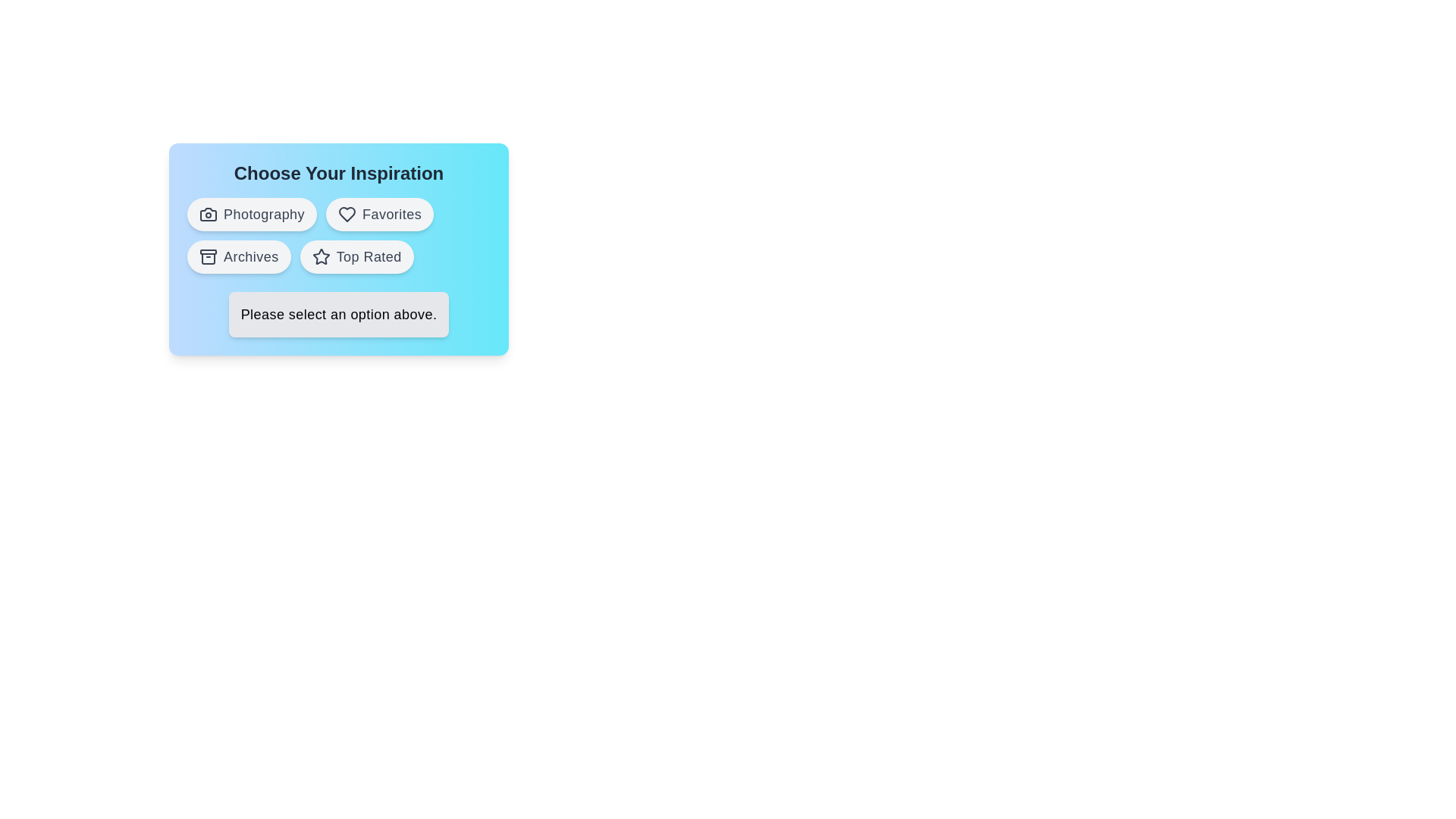  Describe the element at coordinates (207, 257) in the screenshot. I see `the 'Archives' button which features a minimalist archive box icon, located in the bottom-left part of the top button row of the 'Choose Your Inspiration' selection interface` at that location.